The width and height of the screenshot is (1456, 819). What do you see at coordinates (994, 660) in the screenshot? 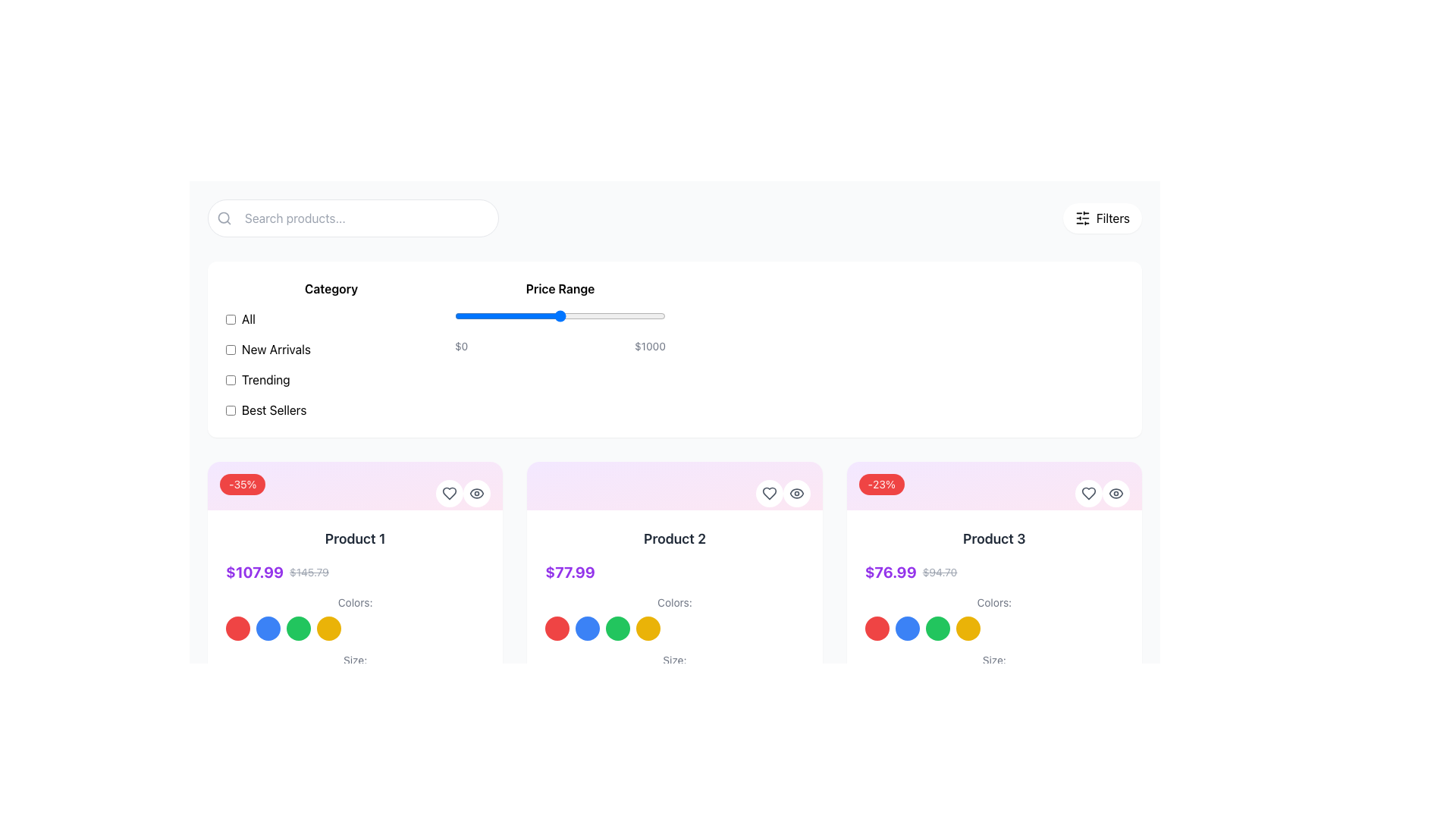
I see `the static text label indicating size options for 'Product 3', located beneath the 'Colors:' label and above the size selection options` at bounding box center [994, 660].